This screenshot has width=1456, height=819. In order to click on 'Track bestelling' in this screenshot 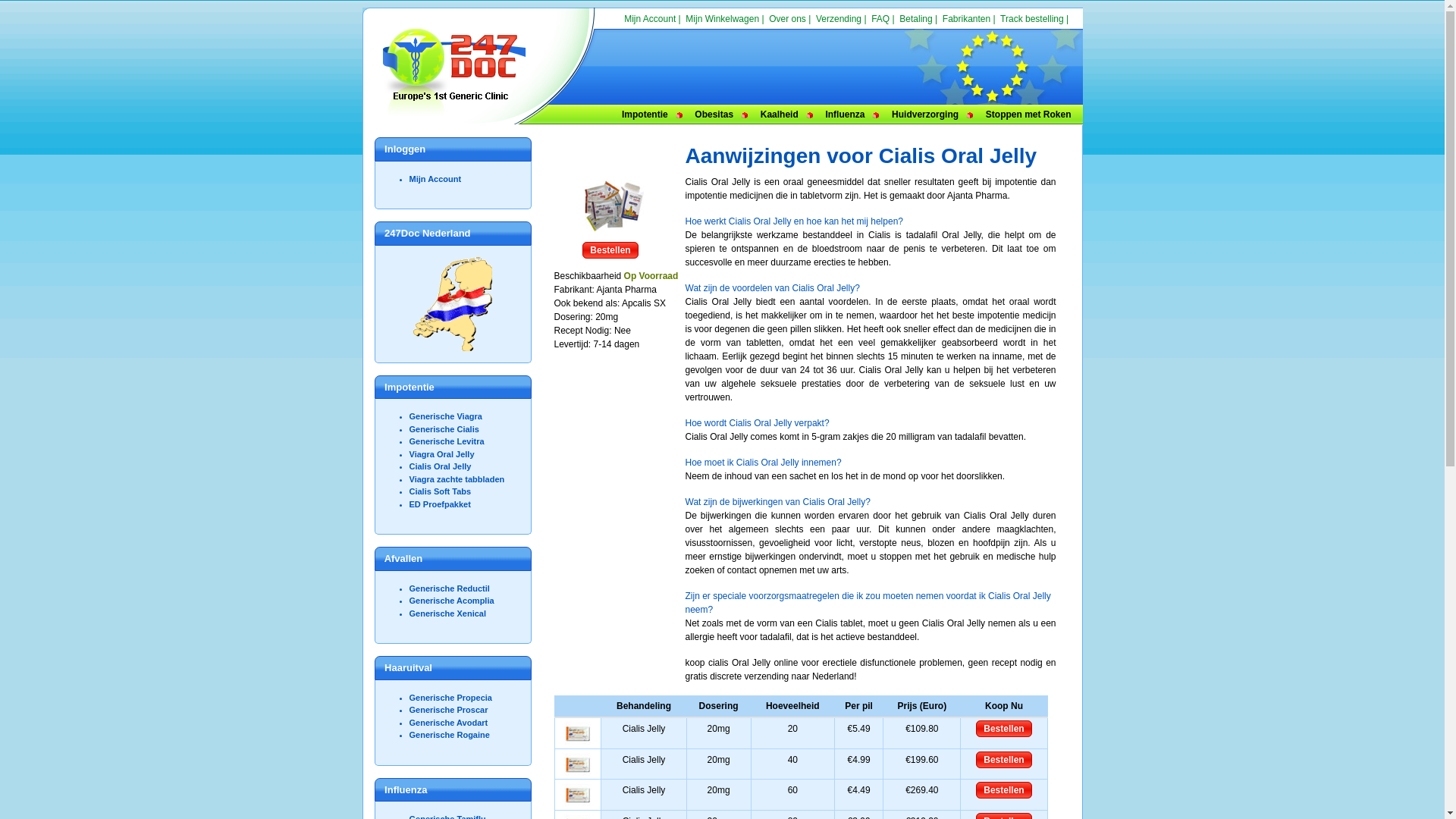, I will do `click(1031, 18)`.